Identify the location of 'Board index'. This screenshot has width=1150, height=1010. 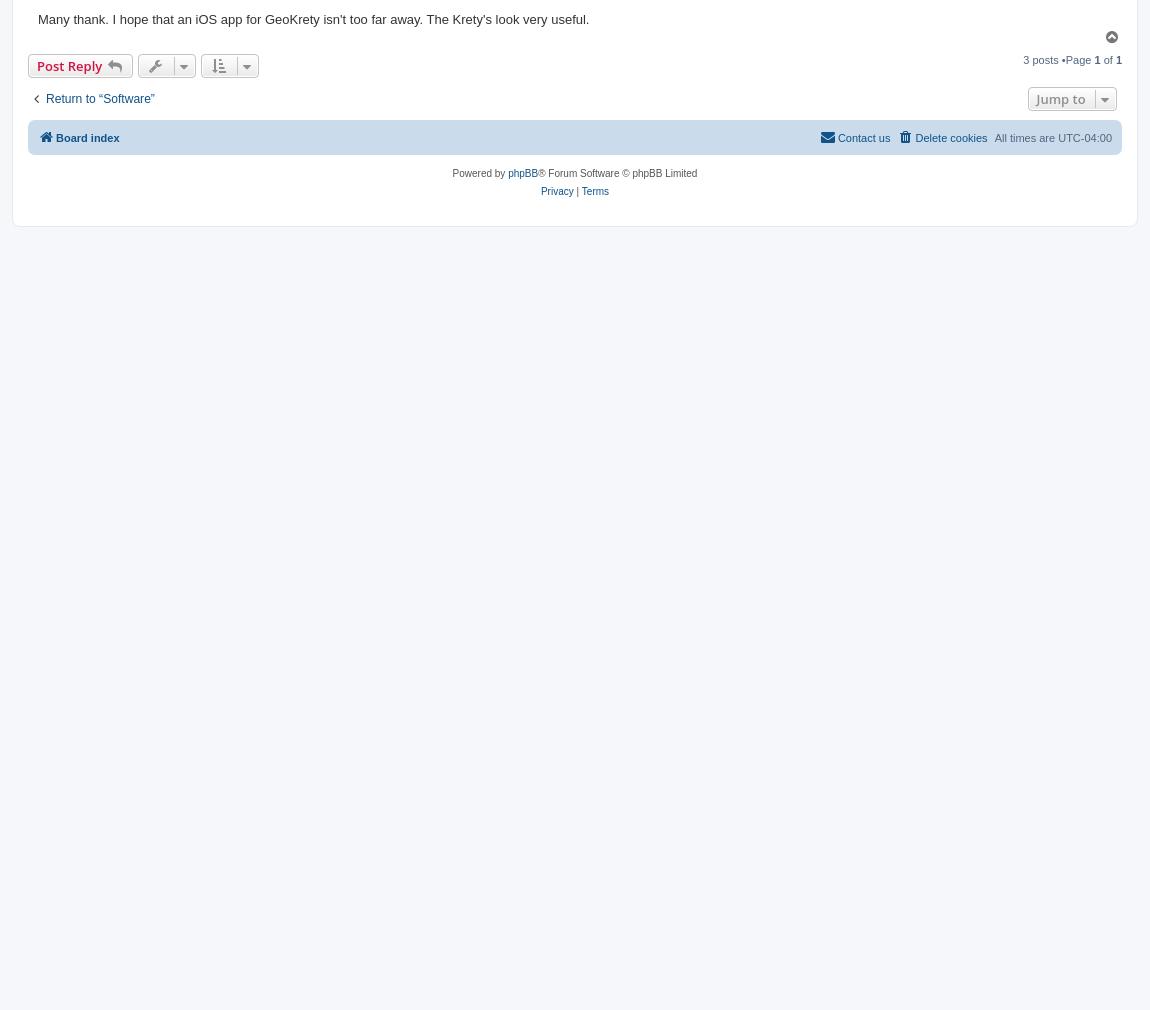
(86, 136).